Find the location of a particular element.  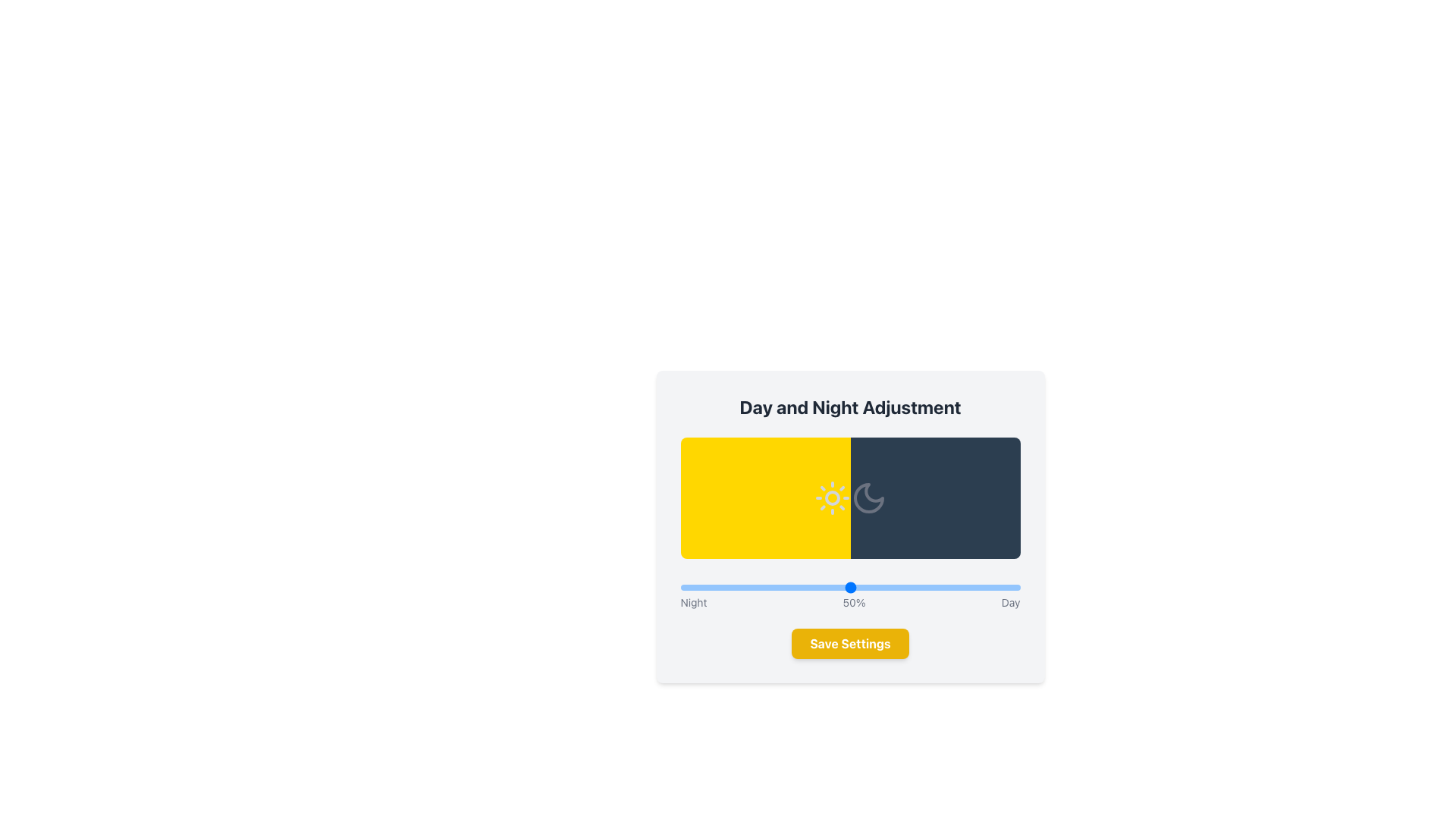

the day-night adjustment is located at coordinates (700, 587).